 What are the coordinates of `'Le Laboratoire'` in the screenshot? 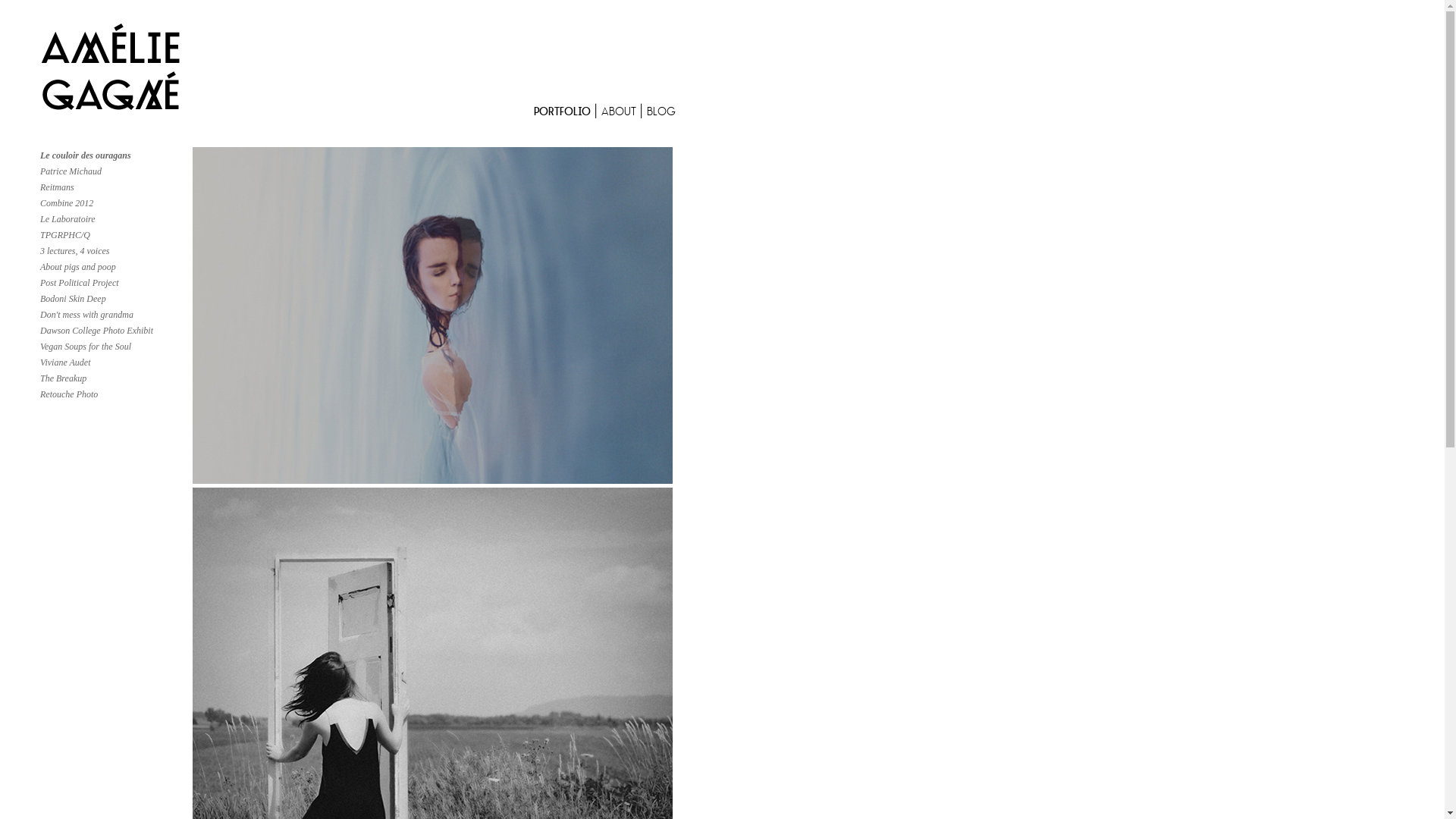 It's located at (67, 219).